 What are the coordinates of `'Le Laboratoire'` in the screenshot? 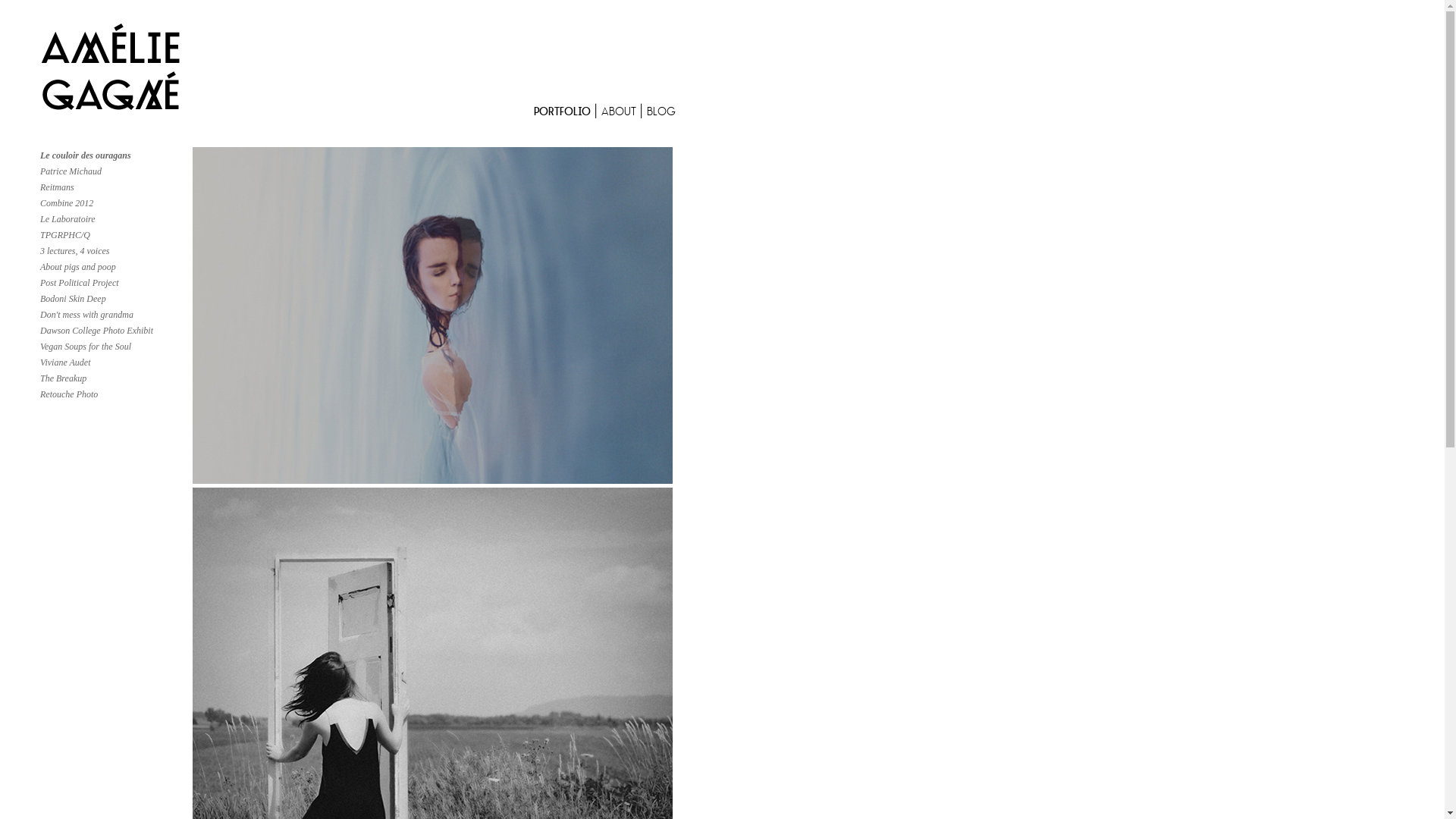 It's located at (67, 219).